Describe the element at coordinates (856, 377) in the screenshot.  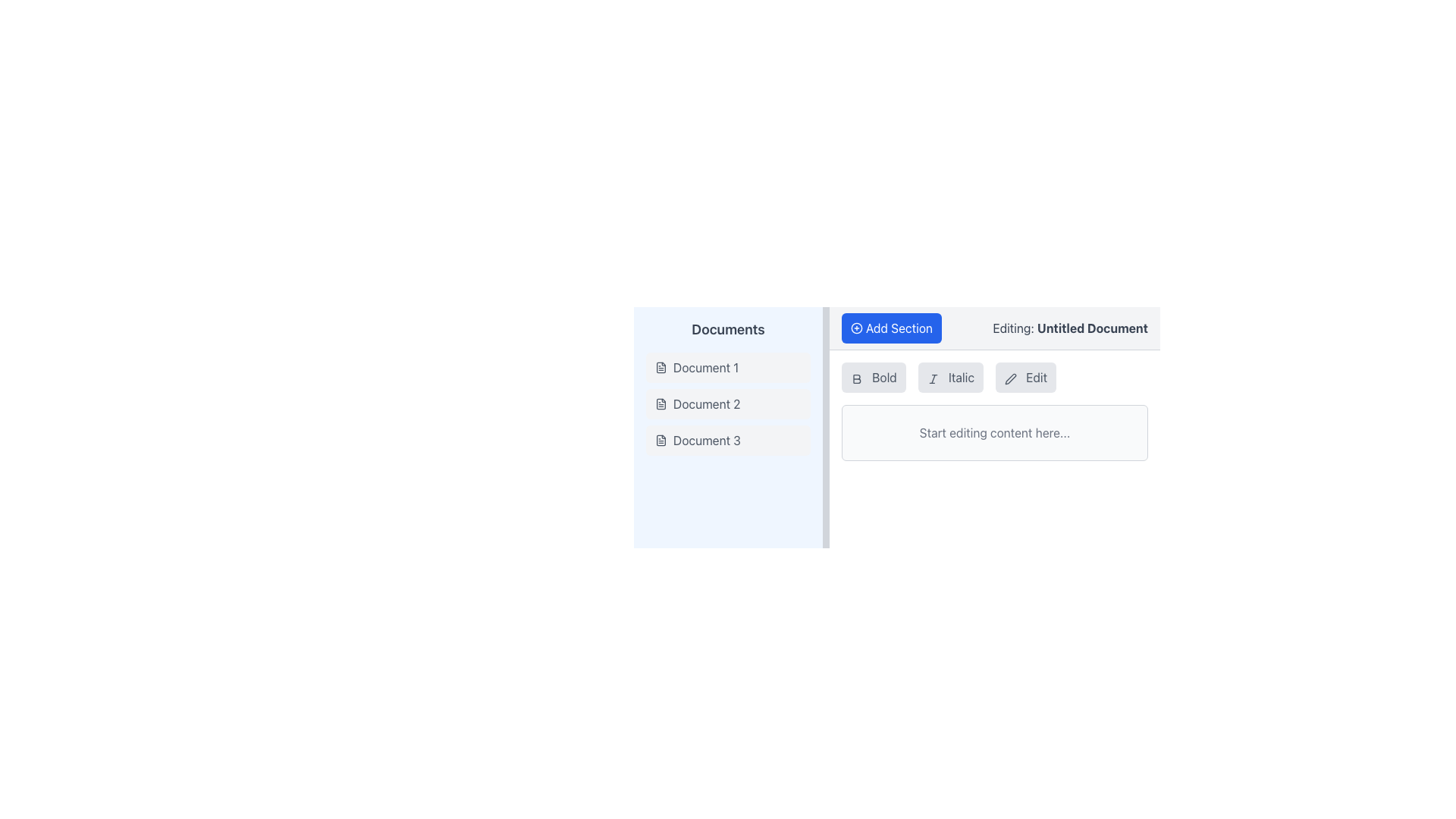
I see `'Bold' text formatting icon located in the toolbar below the headers, which serves as a visual indicator for making text thicker and more prominent` at that location.